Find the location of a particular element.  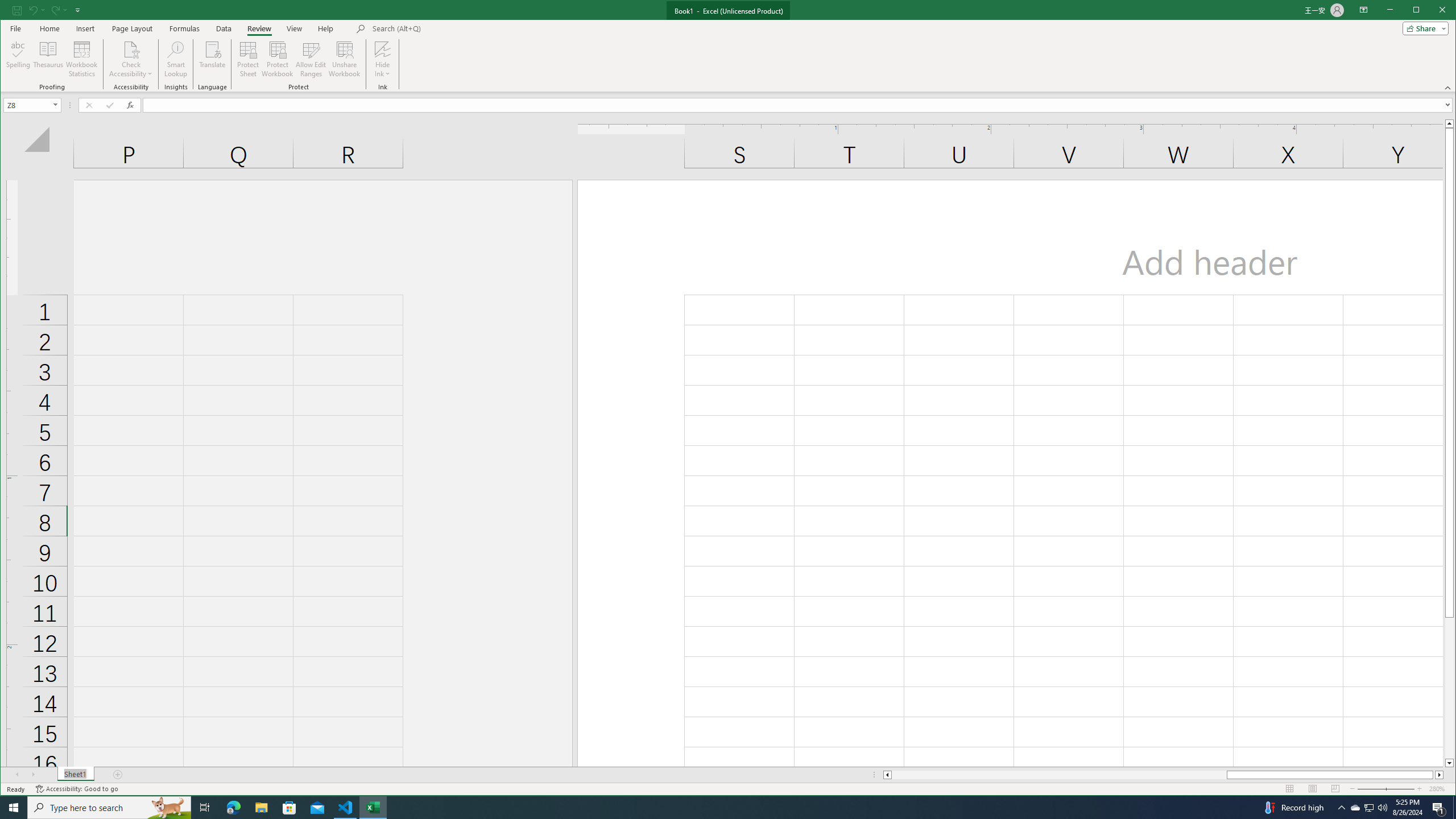

'Record high' is located at coordinates (1292, 806).